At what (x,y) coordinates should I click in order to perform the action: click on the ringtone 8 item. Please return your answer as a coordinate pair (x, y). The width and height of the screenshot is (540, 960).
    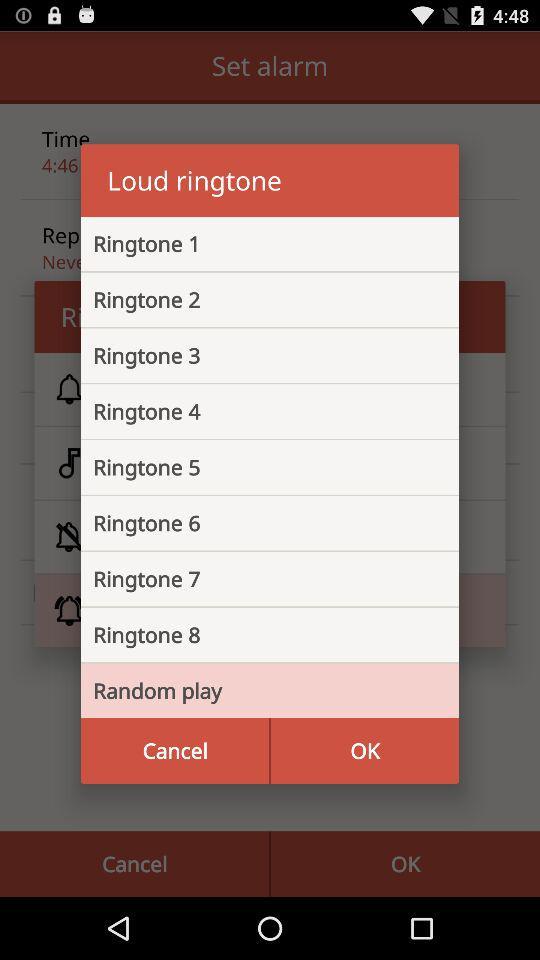
    Looking at the image, I should click on (254, 634).